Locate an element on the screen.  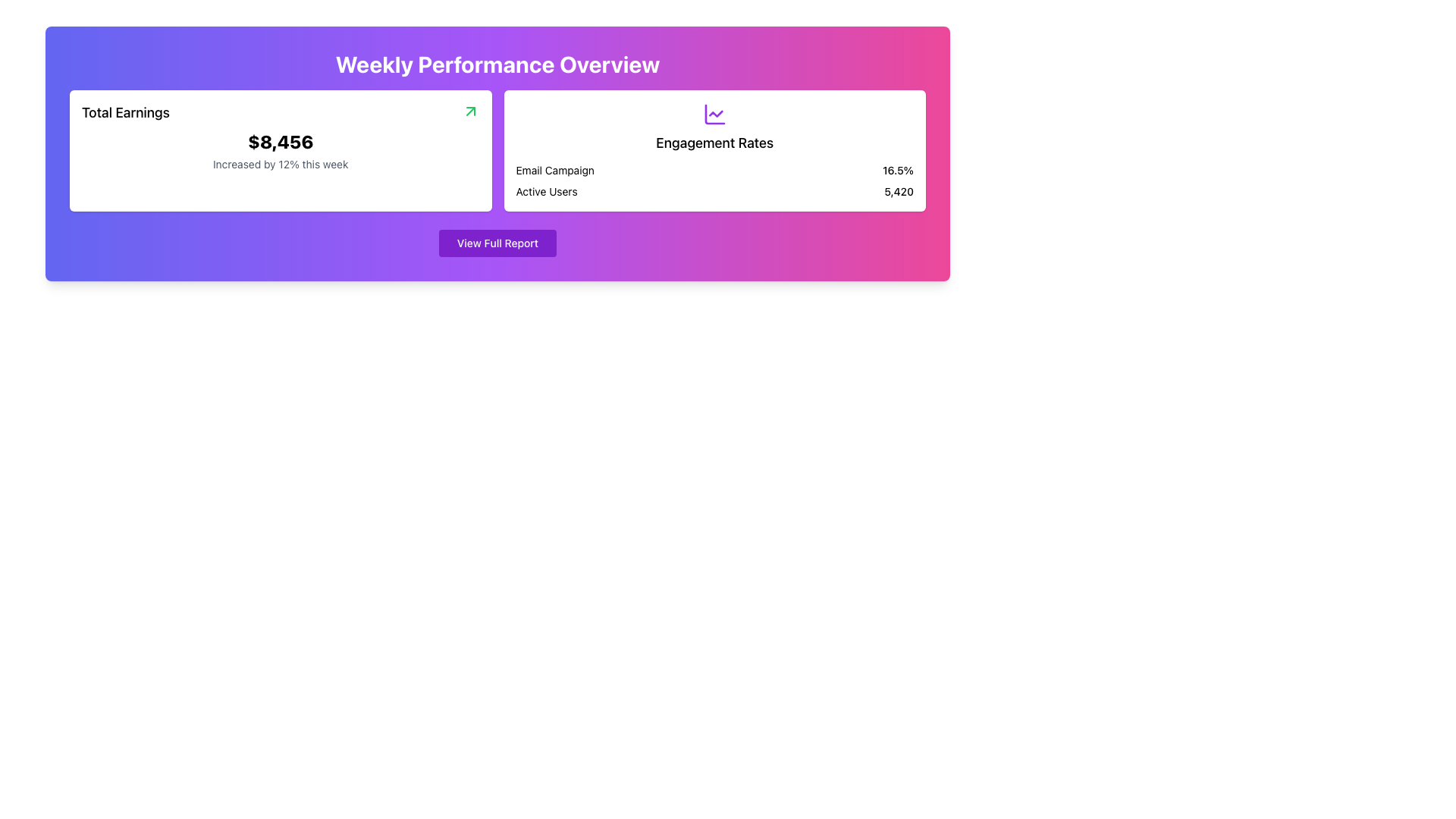
the Title with icon element that serves as a headline for displaying engagement statistics, located at the top-center of the card under 'Weekly Performance Overview' is located at coordinates (714, 127).